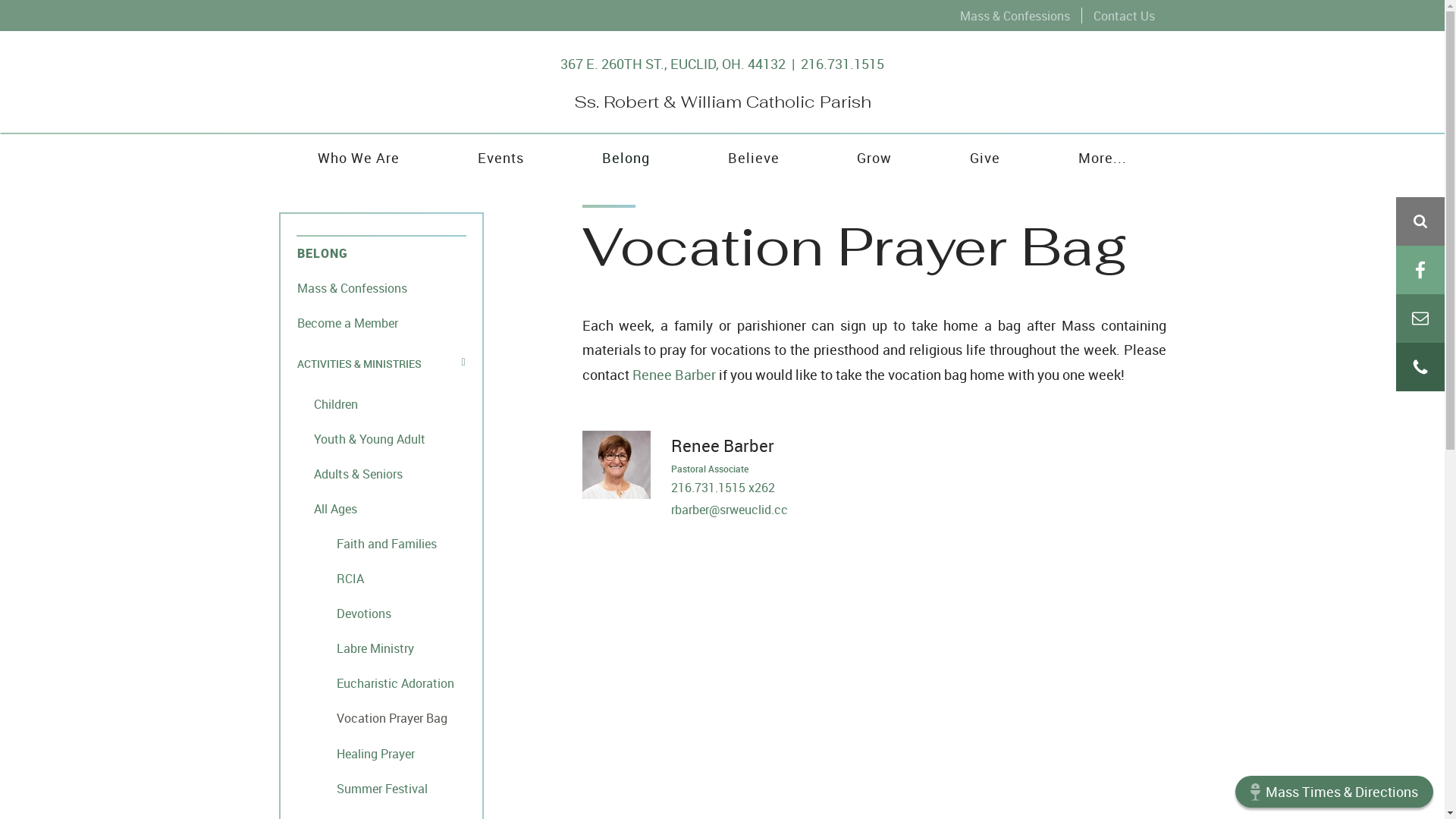  I want to click on 'Grow', so click(874, 157).